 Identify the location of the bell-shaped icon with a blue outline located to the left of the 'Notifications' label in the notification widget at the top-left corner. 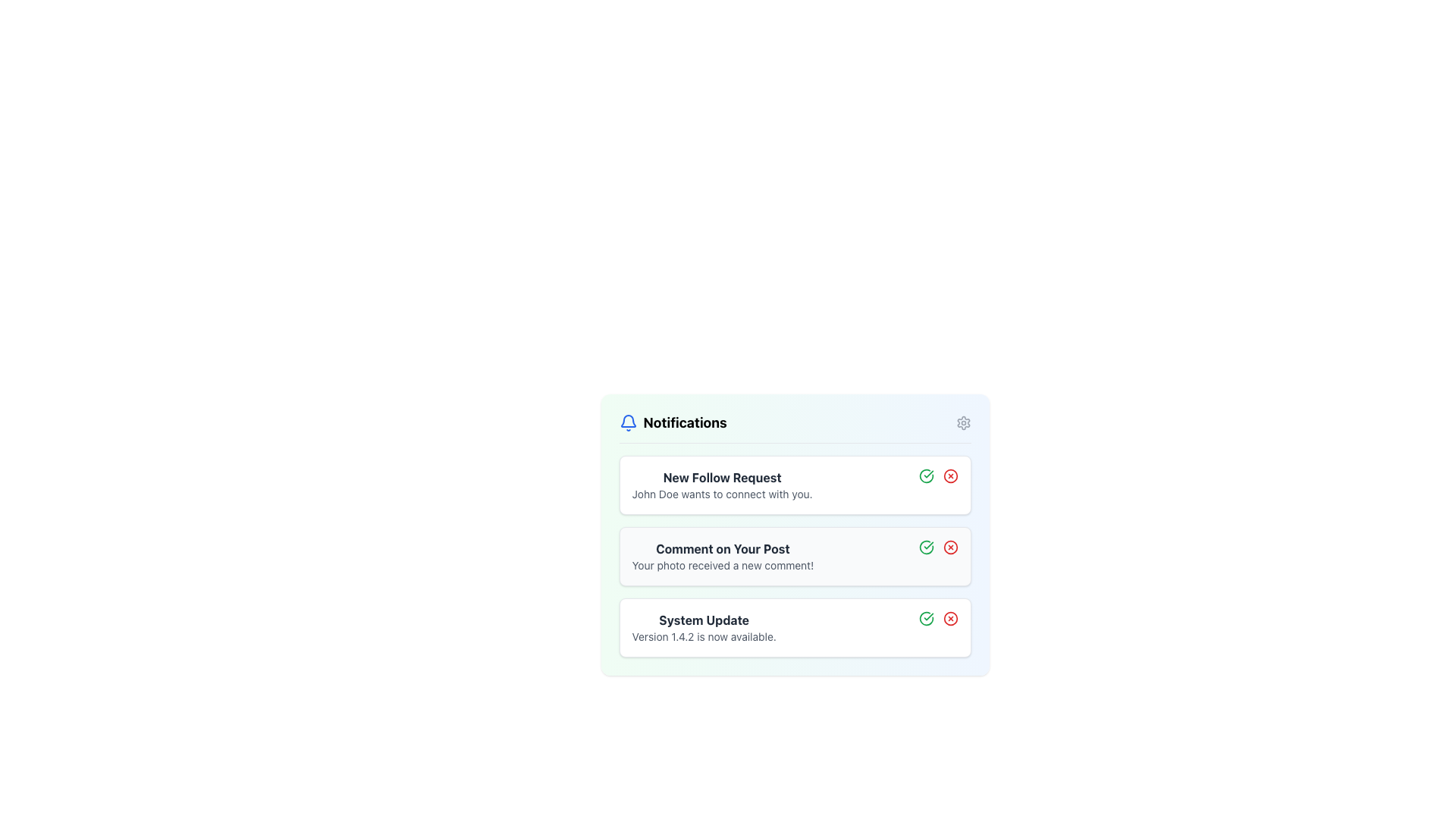
(628, 423).